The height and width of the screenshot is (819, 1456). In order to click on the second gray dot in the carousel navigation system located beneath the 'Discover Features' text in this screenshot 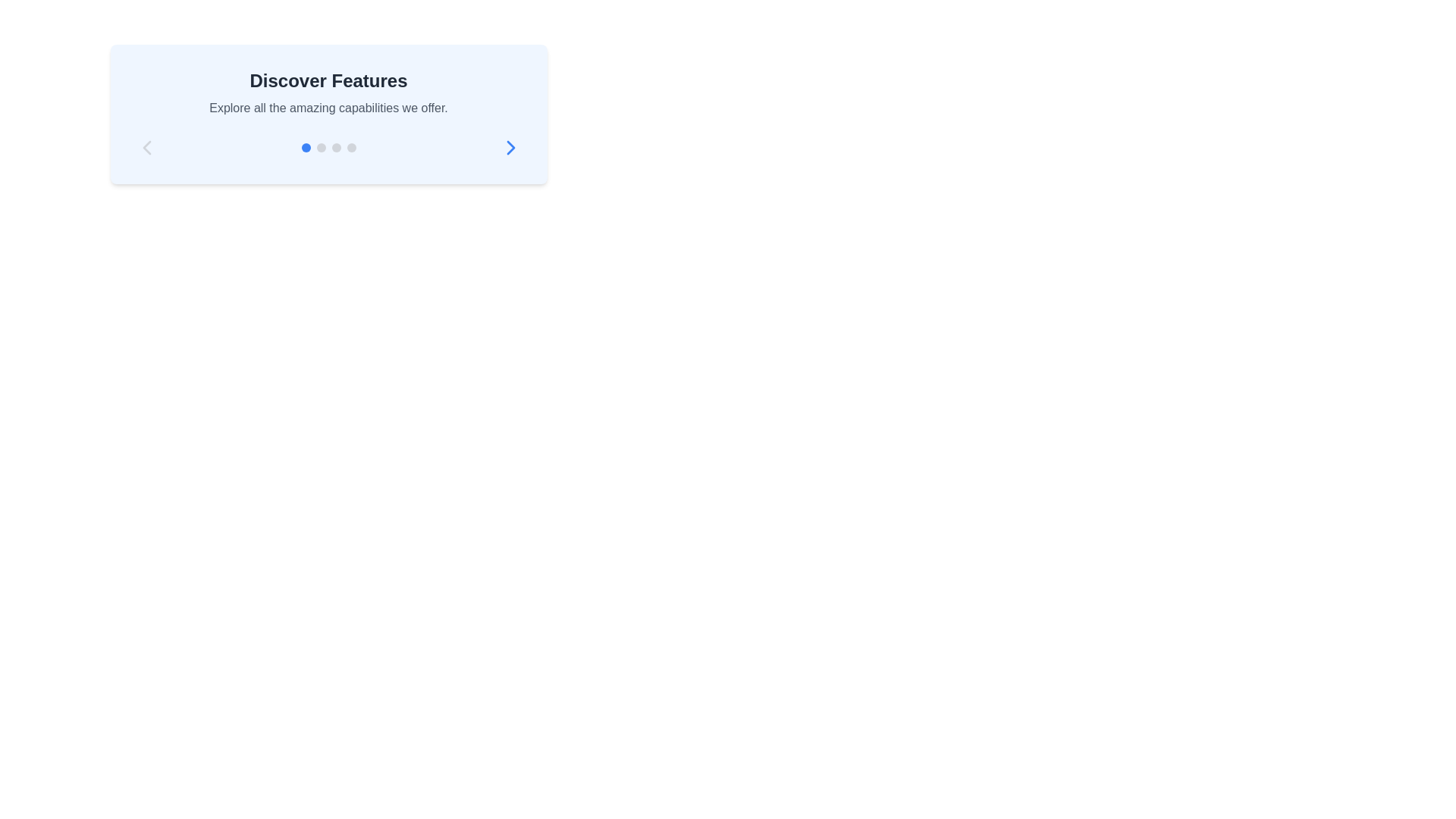, I will do `click(320, 148)`.